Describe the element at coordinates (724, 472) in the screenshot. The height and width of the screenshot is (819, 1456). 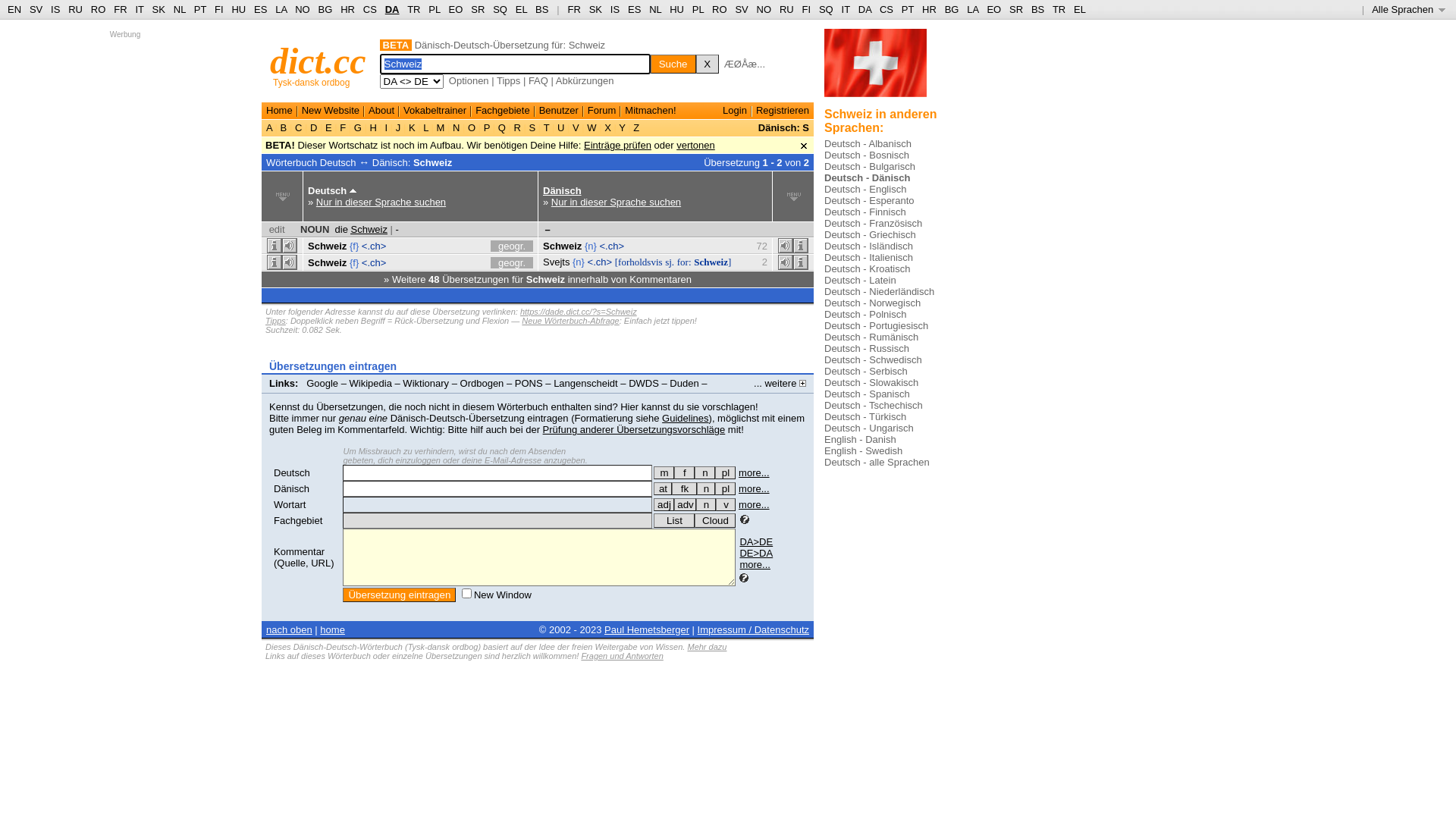
I see `'pl'` at that location.